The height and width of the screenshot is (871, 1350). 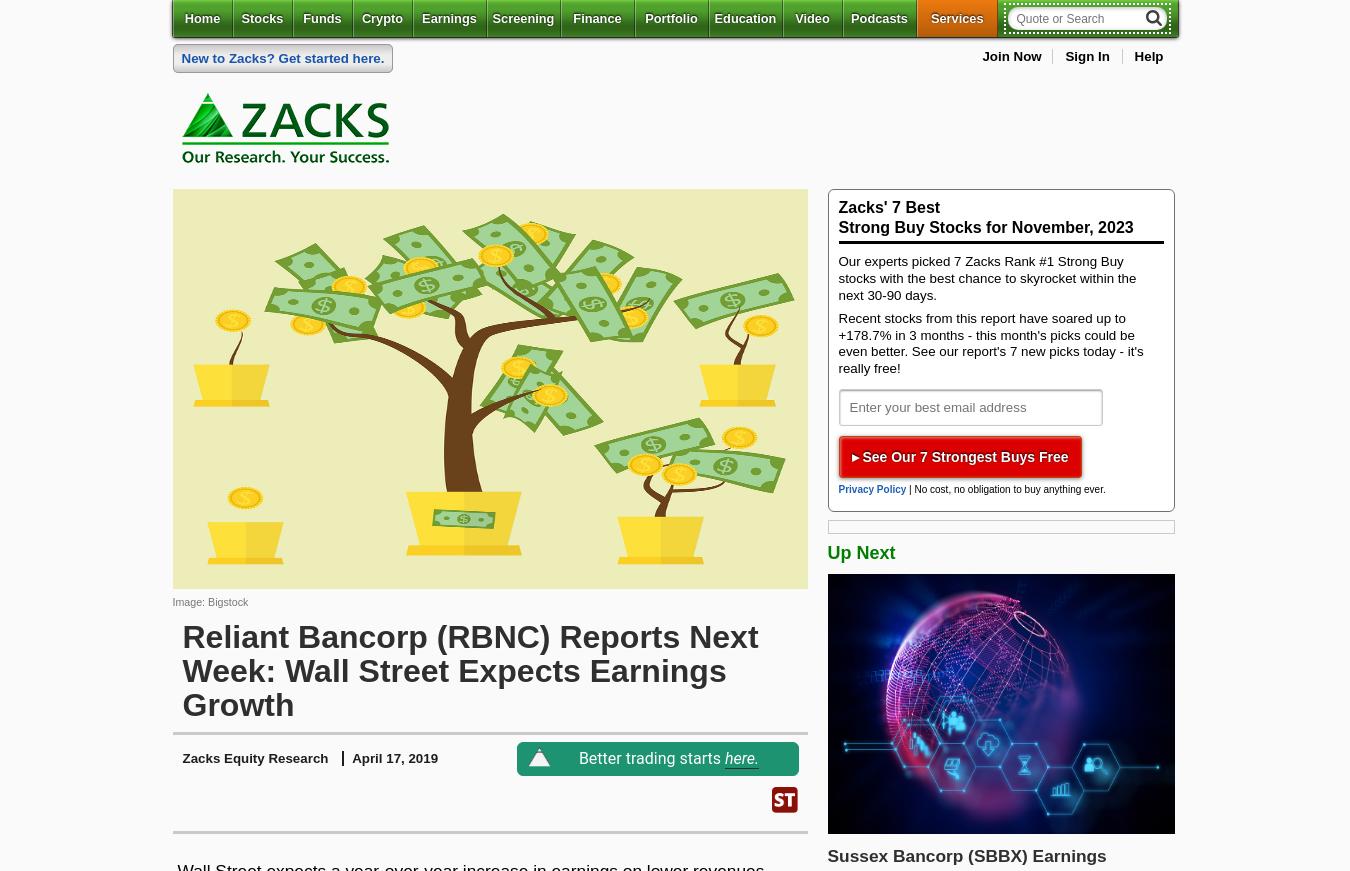 I want to click on 'Up Next', so click(x=861, y=552).